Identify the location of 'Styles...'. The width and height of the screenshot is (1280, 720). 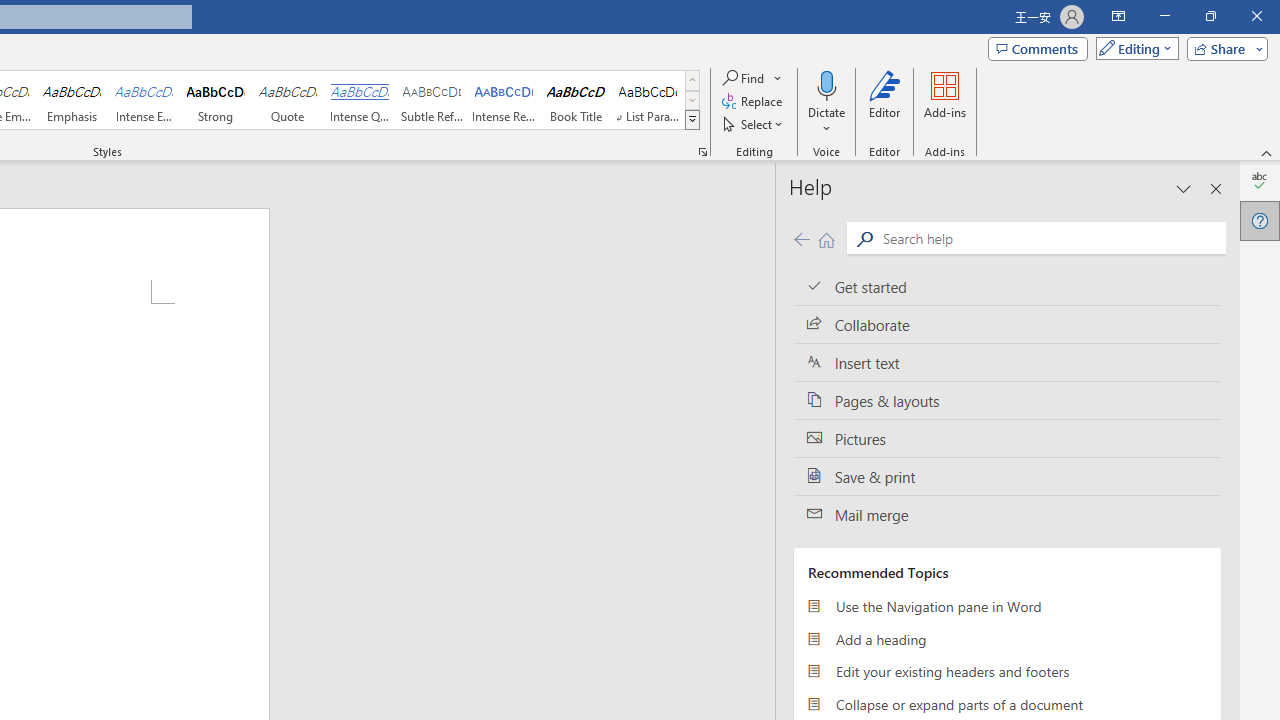
(702, 150).